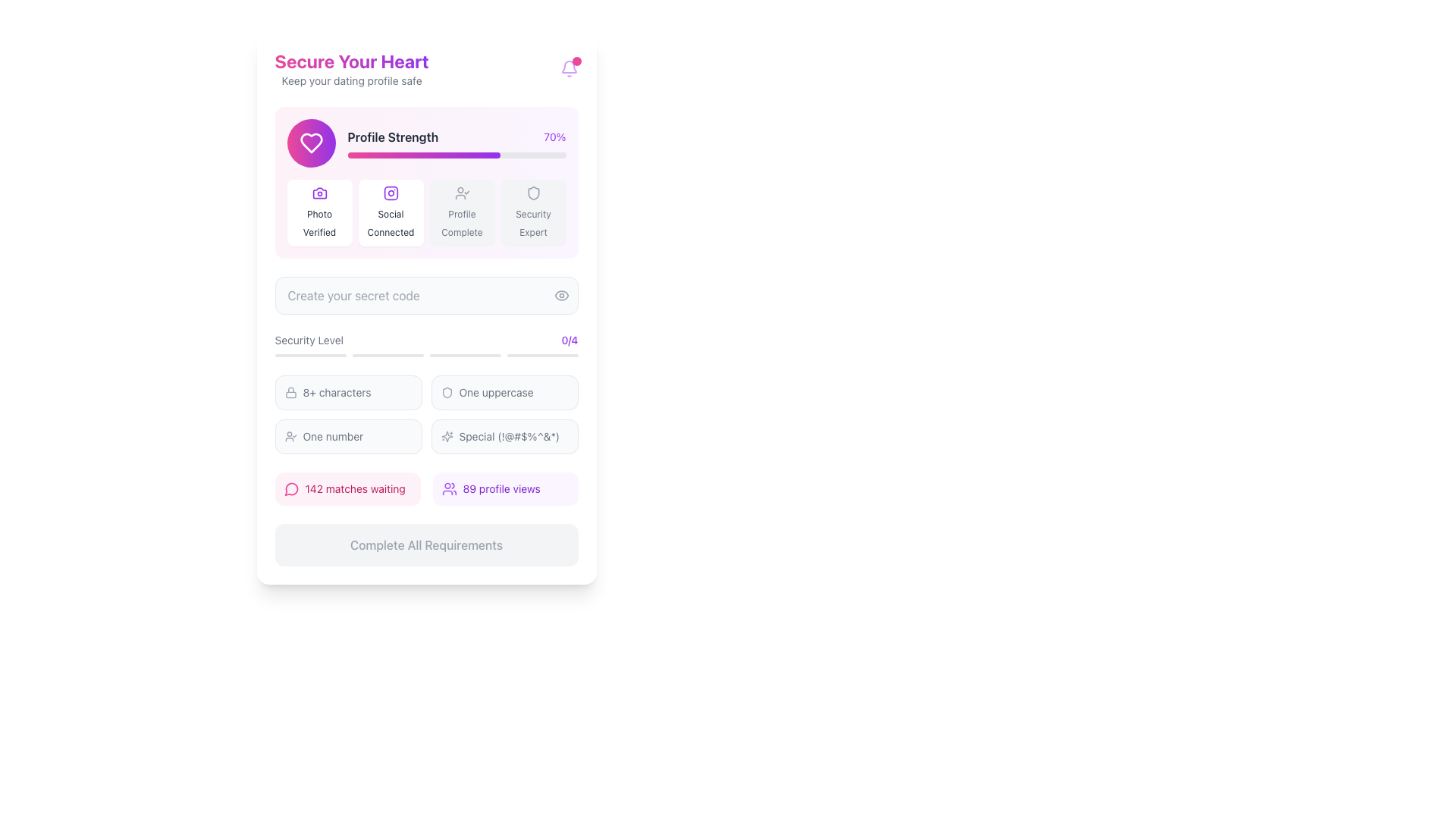 The width and height of the screenshot is (1456, 819). What do you see at coordinates (496, 391) in the screenshot?
I see `text label displaying 'One uppercase' located in the 'Security Level' section, which is the second condition within a row of security requirements, positioned to the right of the corresponding icon` at bounding box center [496, 391].